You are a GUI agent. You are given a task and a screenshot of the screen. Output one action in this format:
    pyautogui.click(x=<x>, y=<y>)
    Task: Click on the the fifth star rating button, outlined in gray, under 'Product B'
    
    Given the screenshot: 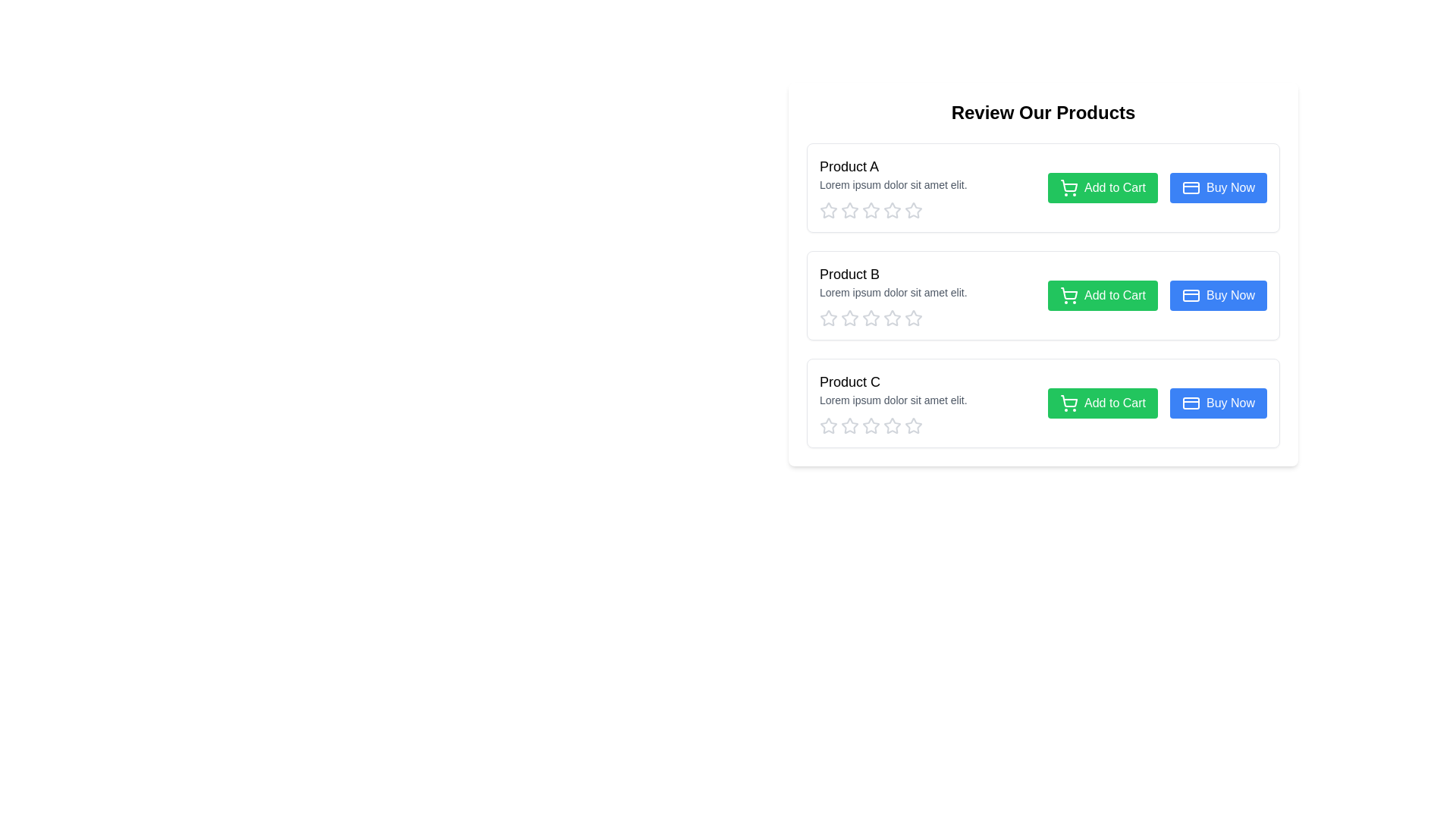 What is the action you would take?
    pyautogui.click(x=892, y=318)
    